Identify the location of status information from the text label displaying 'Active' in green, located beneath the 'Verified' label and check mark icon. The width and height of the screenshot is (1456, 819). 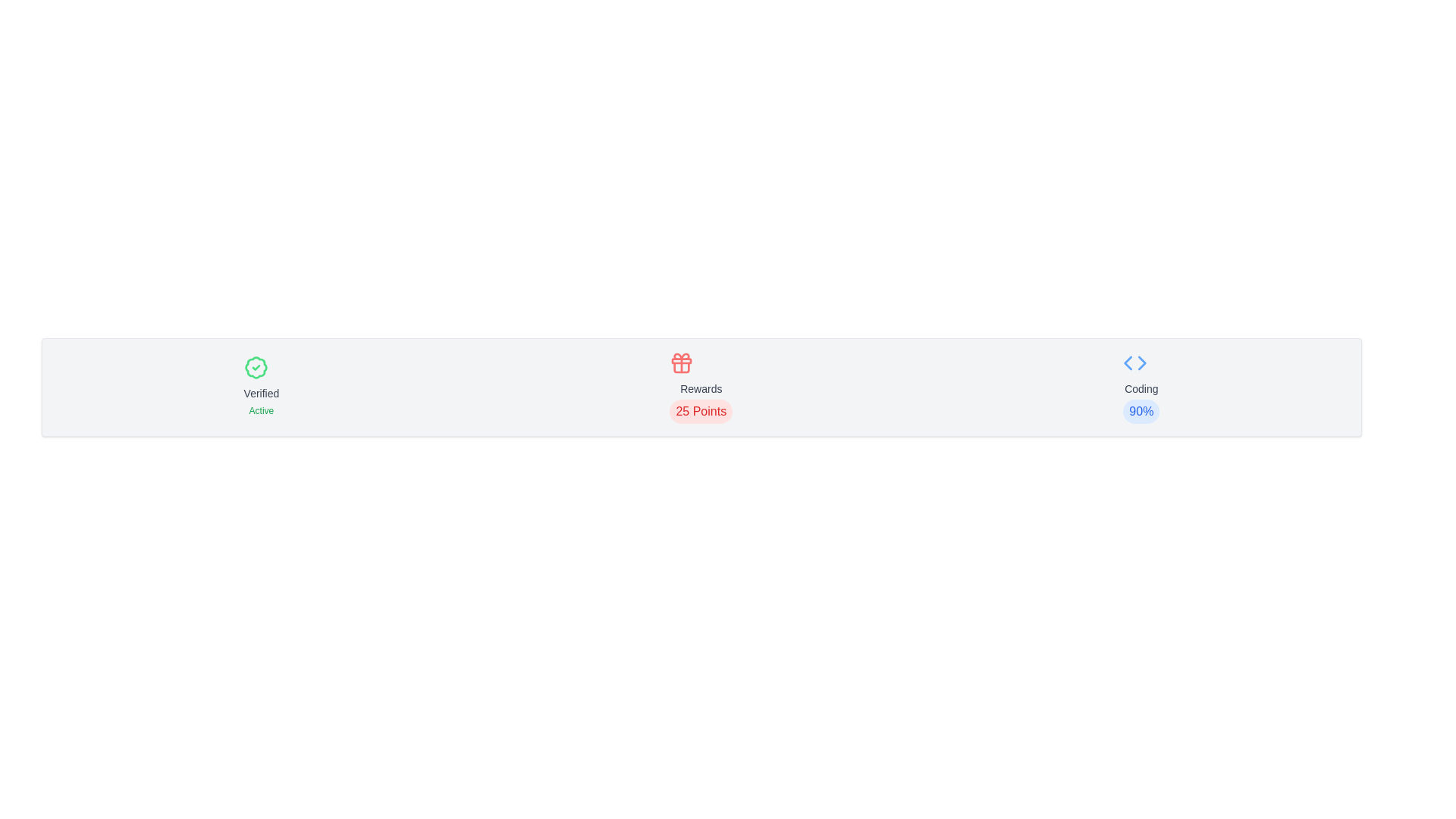
(261, 411).